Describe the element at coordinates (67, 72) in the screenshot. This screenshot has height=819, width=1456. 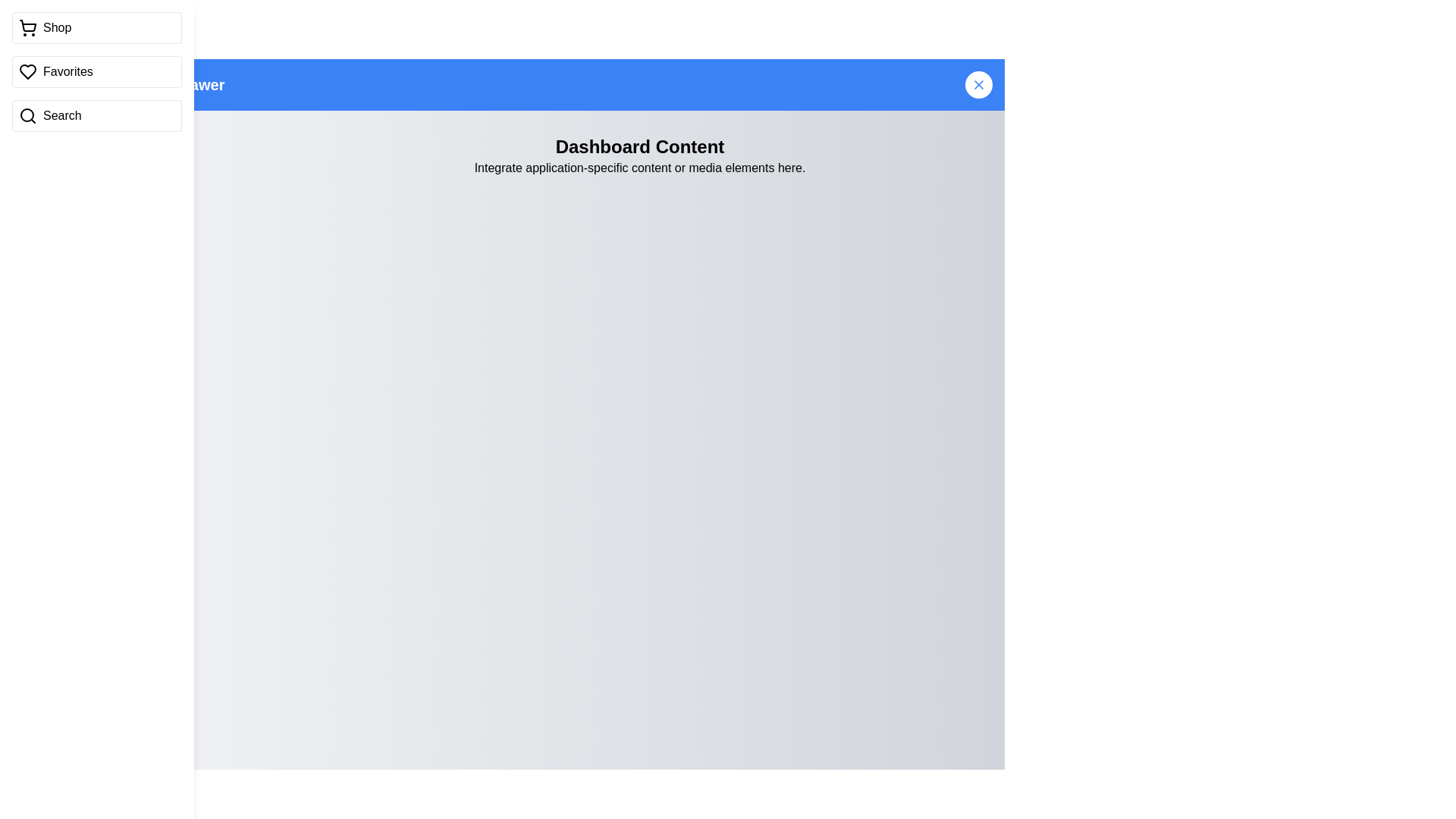
I see `the 'Favorites' text label, which is styled in black and positioned to the right of a heart-shaped icon in the left sidebar menu` at that location.